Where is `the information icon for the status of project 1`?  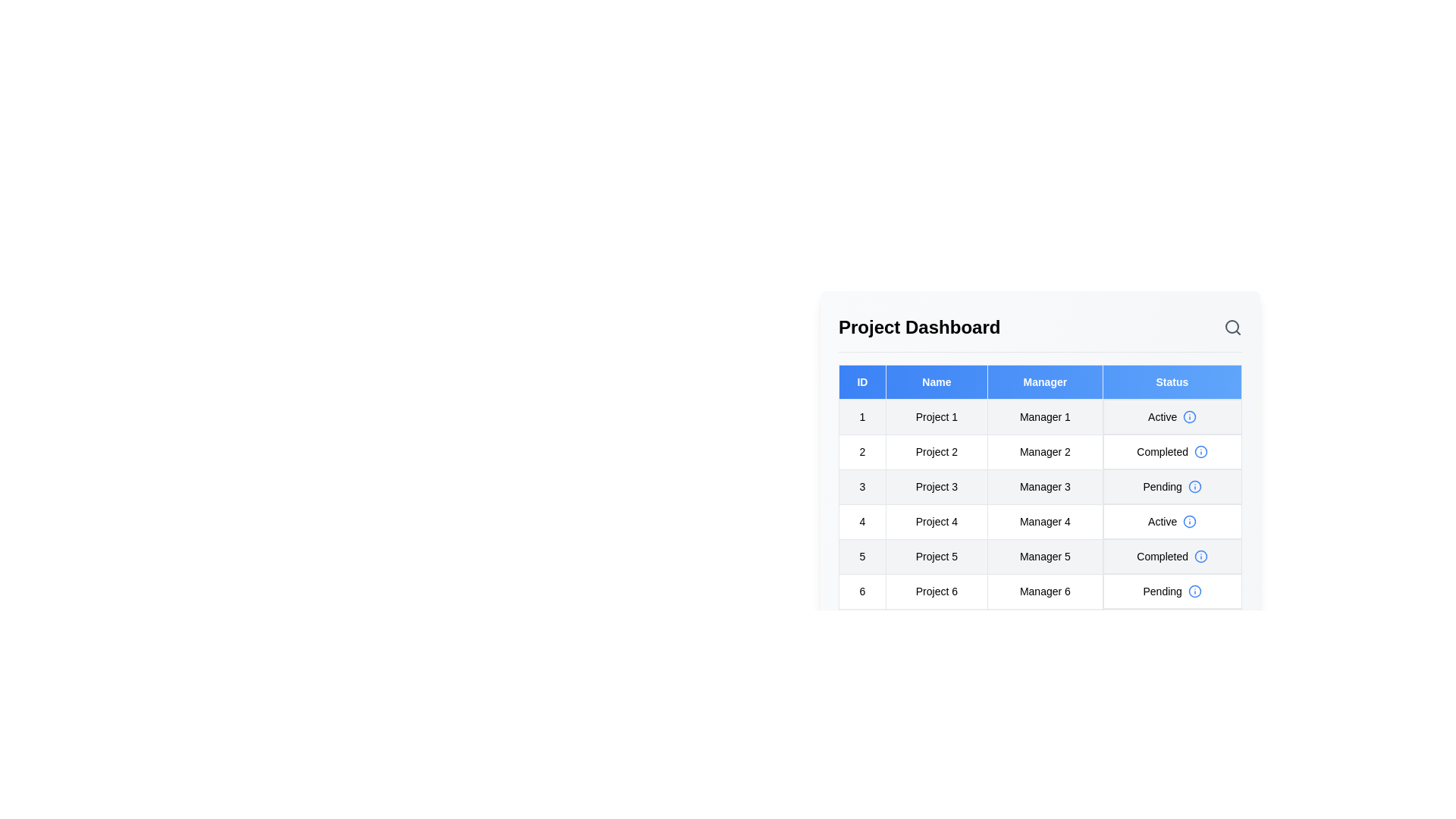 the information icon for the status of project 1 is located at coordinates (1189, 417).